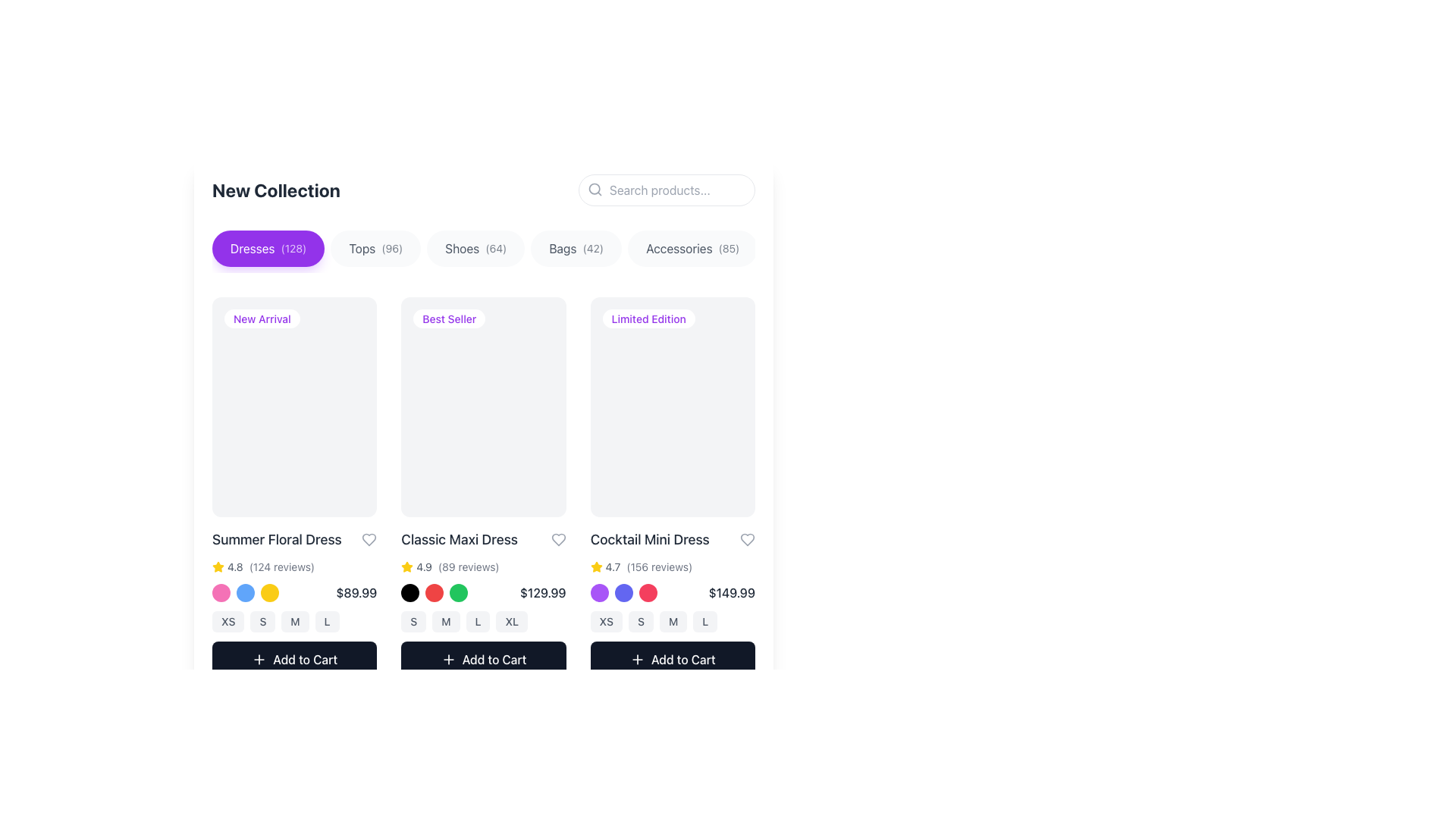 Image resolution: width=1456 pixels, height=819 pixels. What do you see at coordinates (637, 658) in the screenshot?
I see `the '+' icon within the 'Add to Cart' button, which is the rightmost button in the row of buttons beneath the item cards` at bounding box center [637, 658].